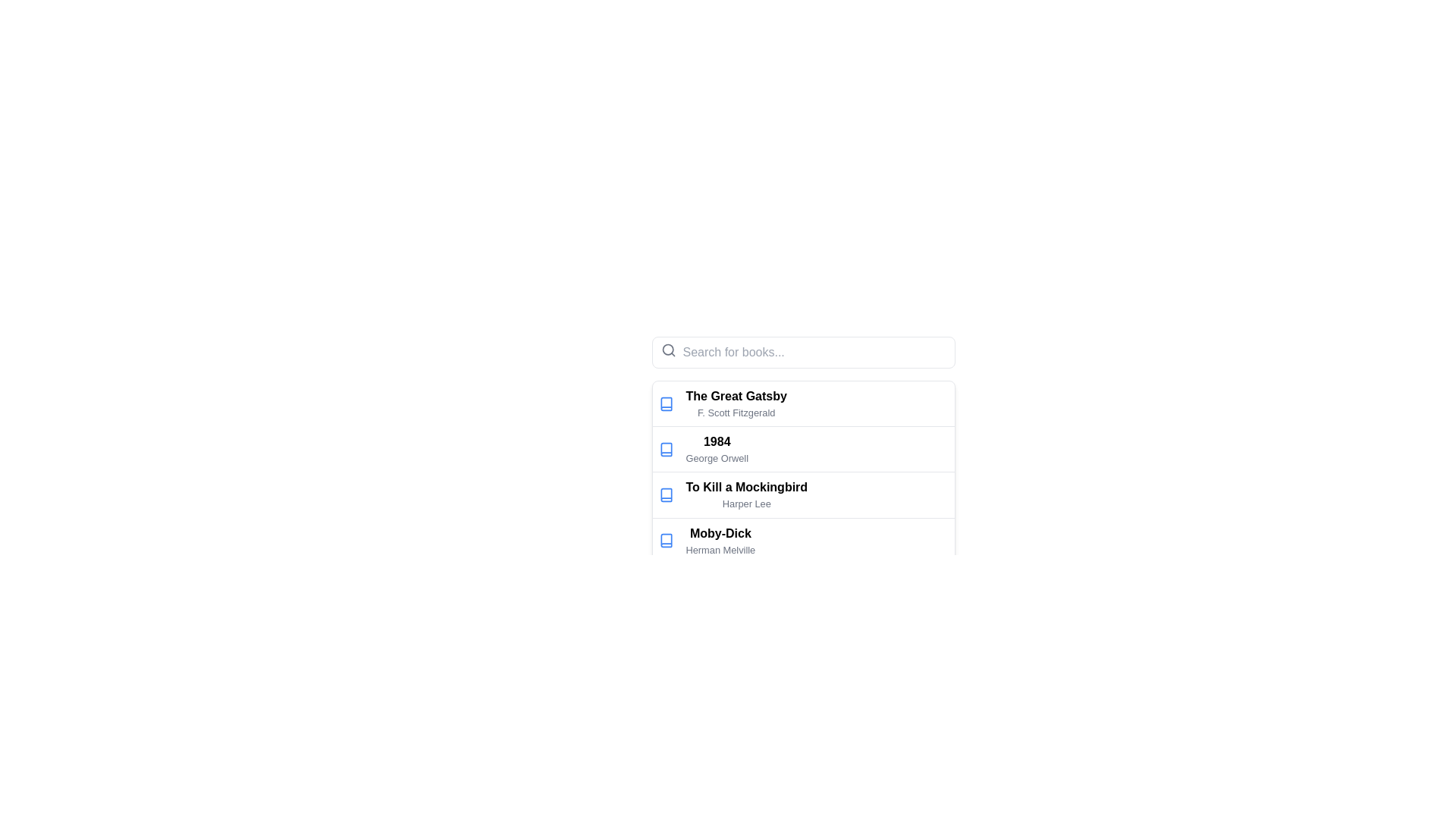  Describe the element at coordinates (736, 395) in the screenshot. I see `the text label 'The Great Gatsby', which is styled in bold black font and positioned as the first item in a list of books above the author's name 'F. Scott Fitzgerald'` at that location.